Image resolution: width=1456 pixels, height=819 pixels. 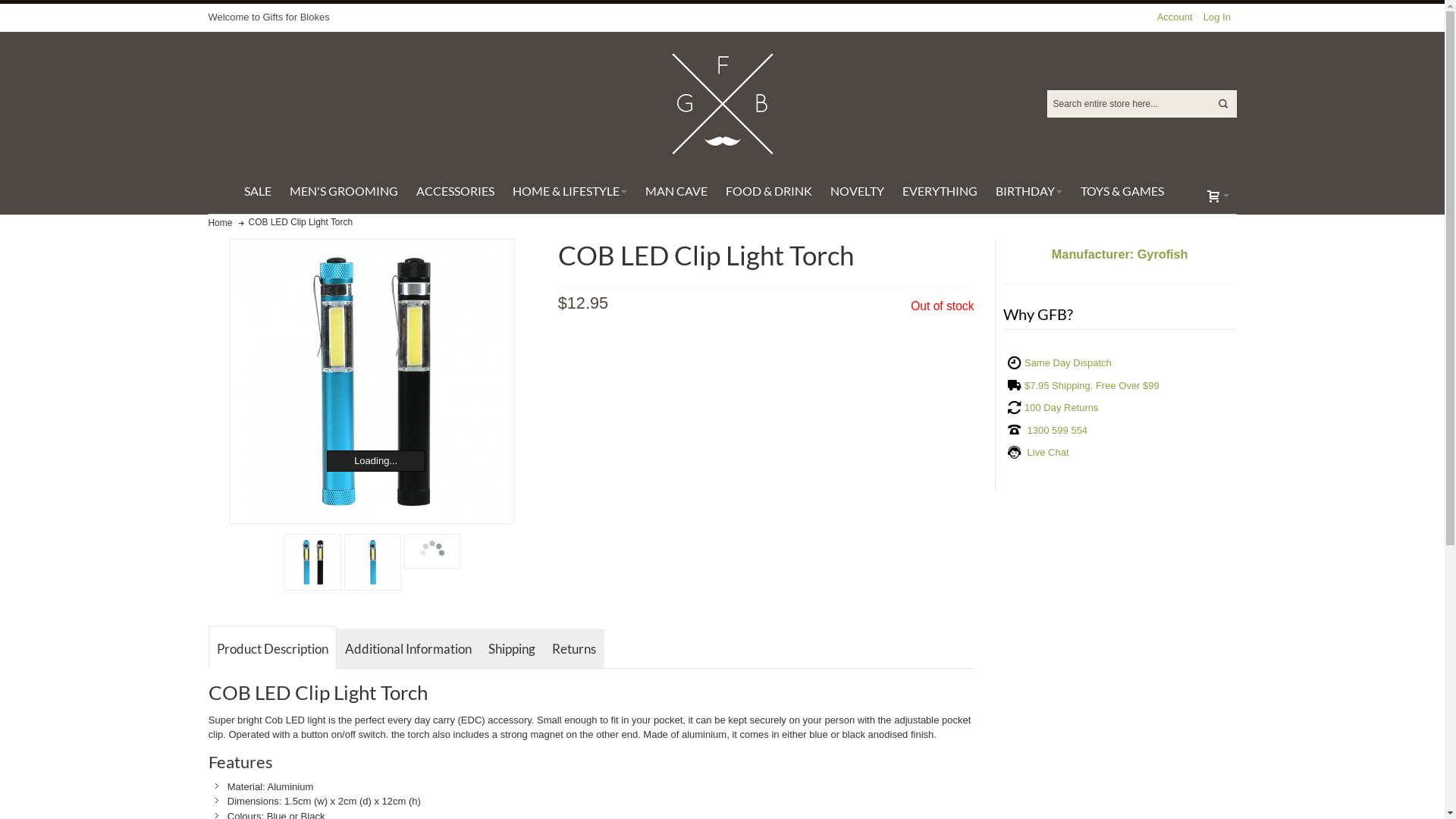 I want to click on 'MAN CAVE', so click(x=635, y=190).